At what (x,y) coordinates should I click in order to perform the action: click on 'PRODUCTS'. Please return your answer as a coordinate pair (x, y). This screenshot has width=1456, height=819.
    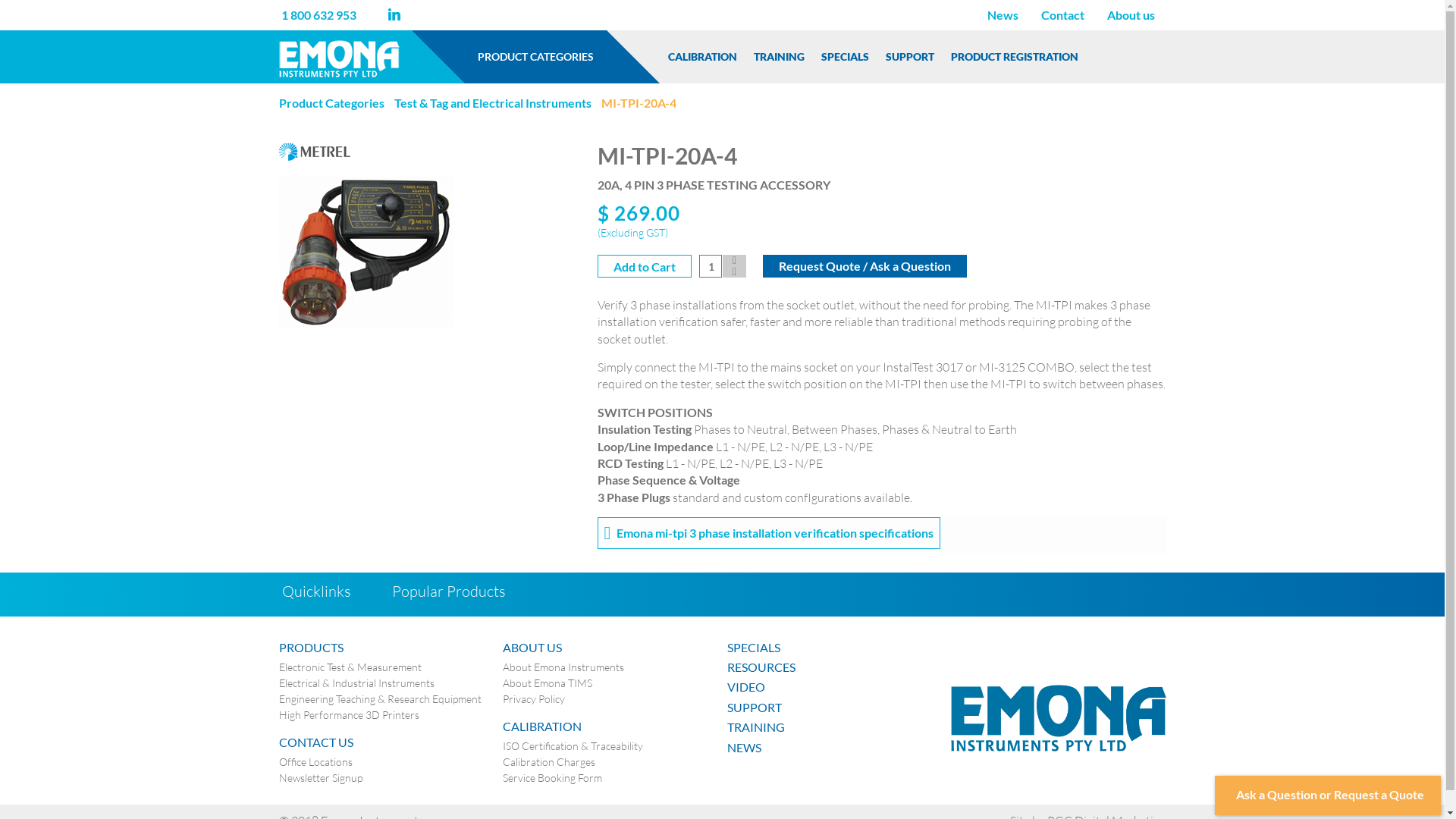
    Looking at the image, I should click on (279, 647).